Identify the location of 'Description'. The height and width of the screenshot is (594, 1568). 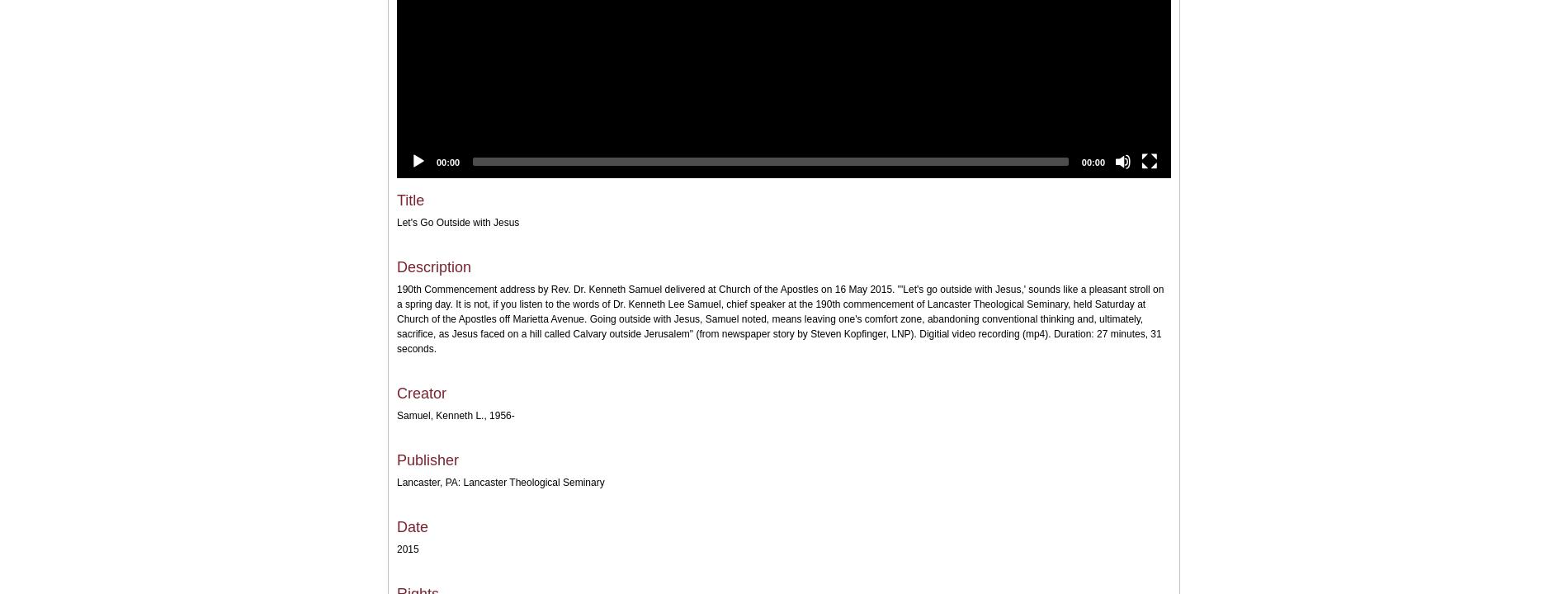
(397, 266).